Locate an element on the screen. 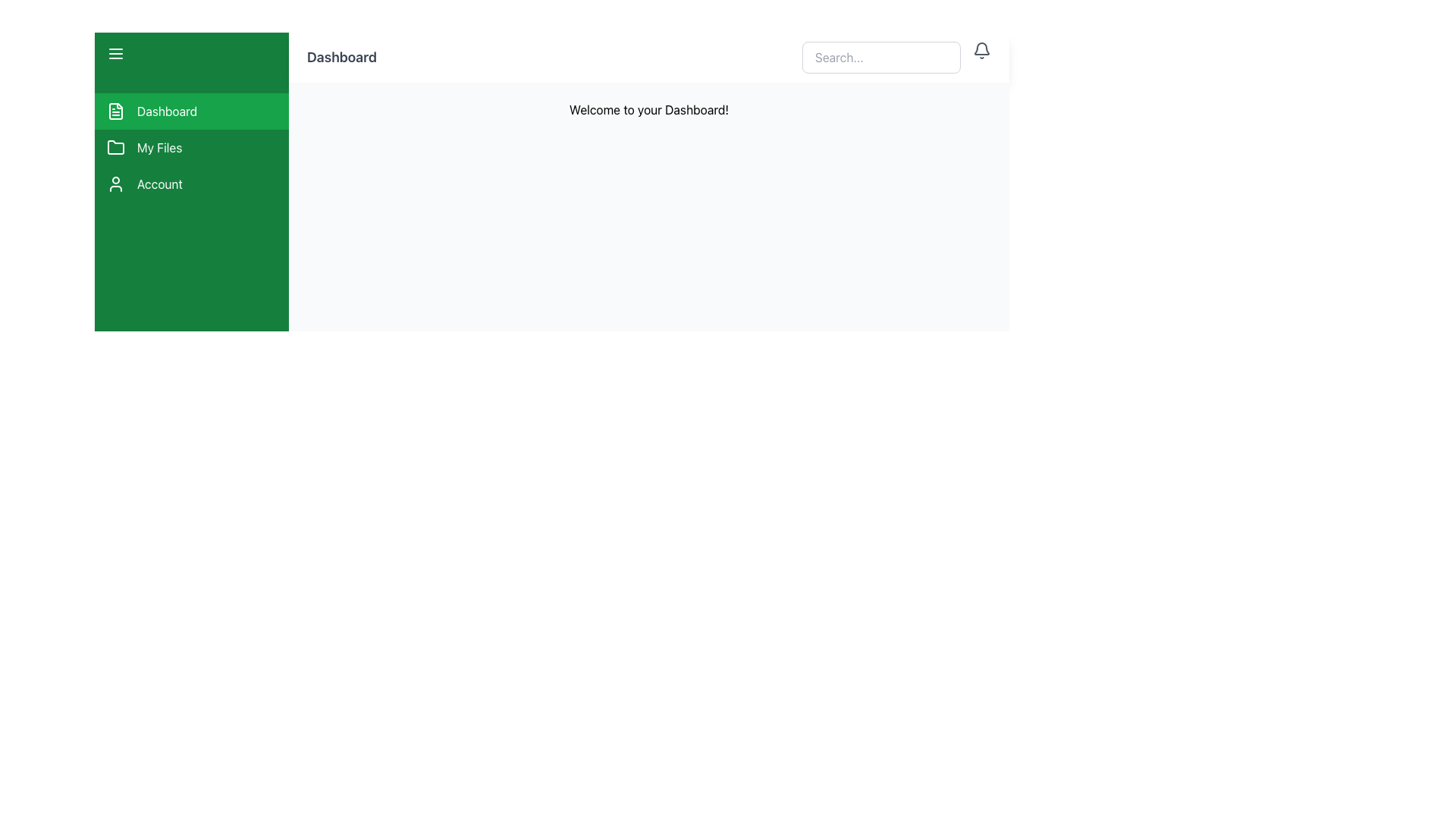 This screenshot has width=1456, height=819. the 'Dashboard' text label in the vertical navigation menu, which is prominently displayed in white against a green background and is located near the top of the menu, adjacent to a document icon is located at coordinates (167, 110).